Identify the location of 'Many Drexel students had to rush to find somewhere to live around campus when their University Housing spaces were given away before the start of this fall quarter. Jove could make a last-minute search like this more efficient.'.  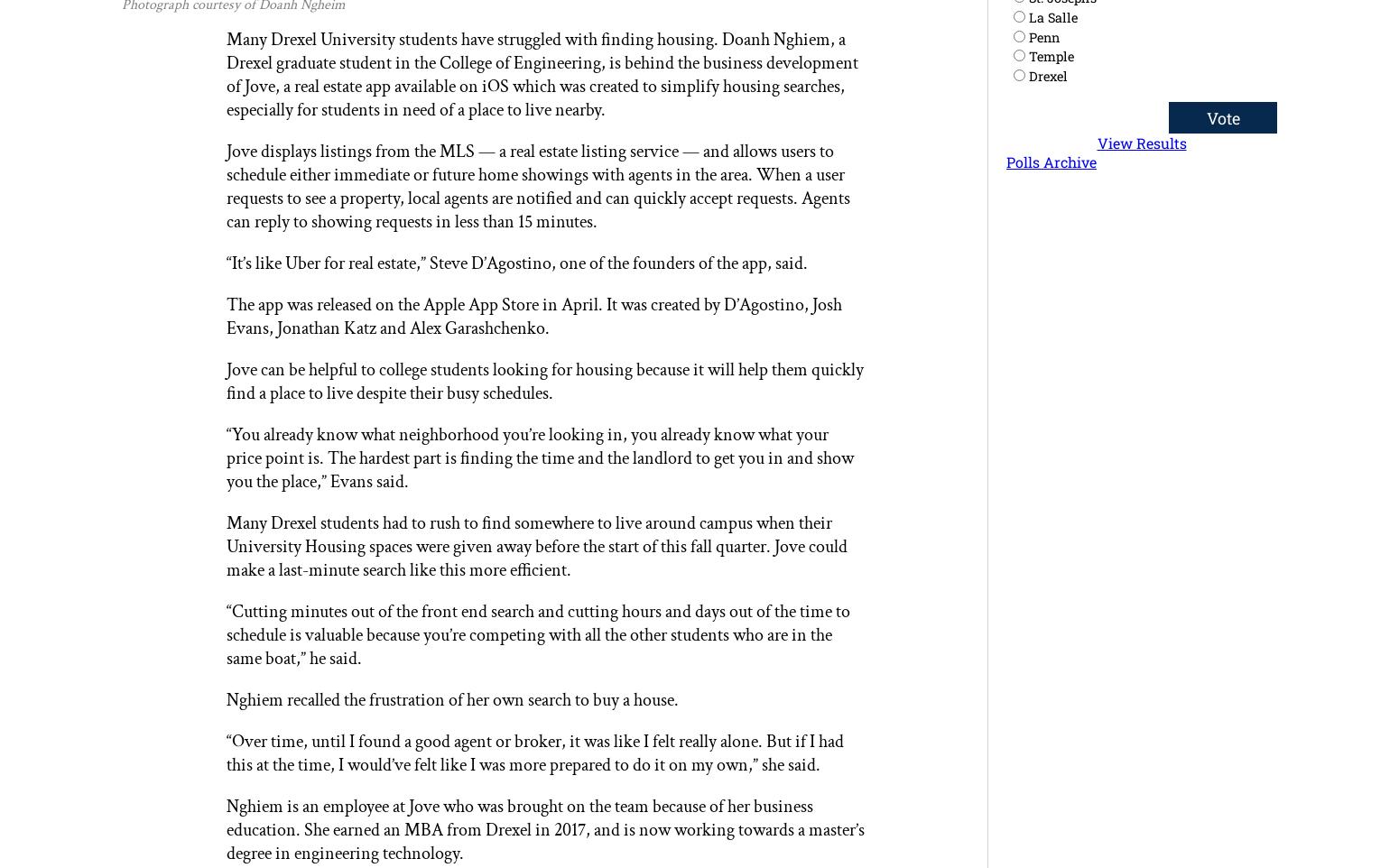
(535, 545).